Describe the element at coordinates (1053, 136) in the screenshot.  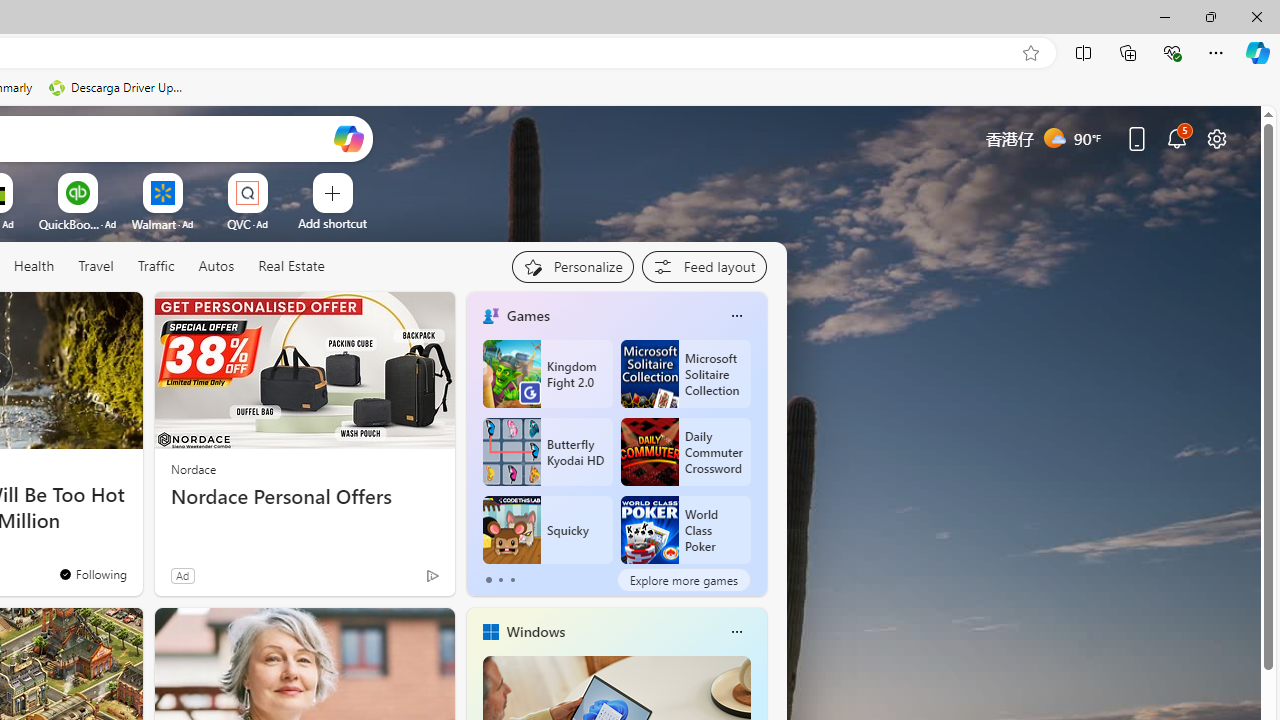
I see `'Mostly sunny'` at that location.